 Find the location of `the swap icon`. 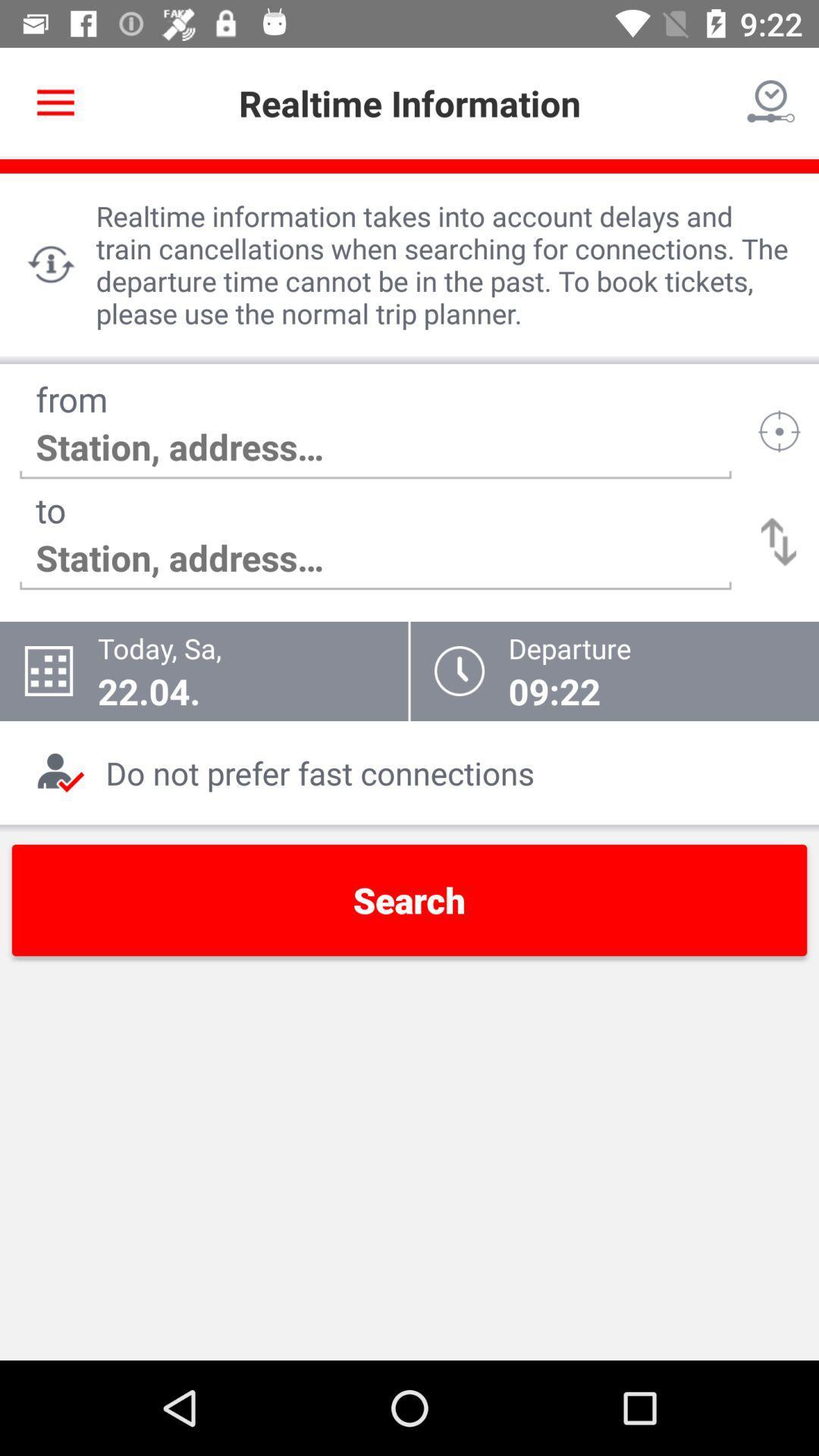

the swap icon is located at coordinates (779, 541).